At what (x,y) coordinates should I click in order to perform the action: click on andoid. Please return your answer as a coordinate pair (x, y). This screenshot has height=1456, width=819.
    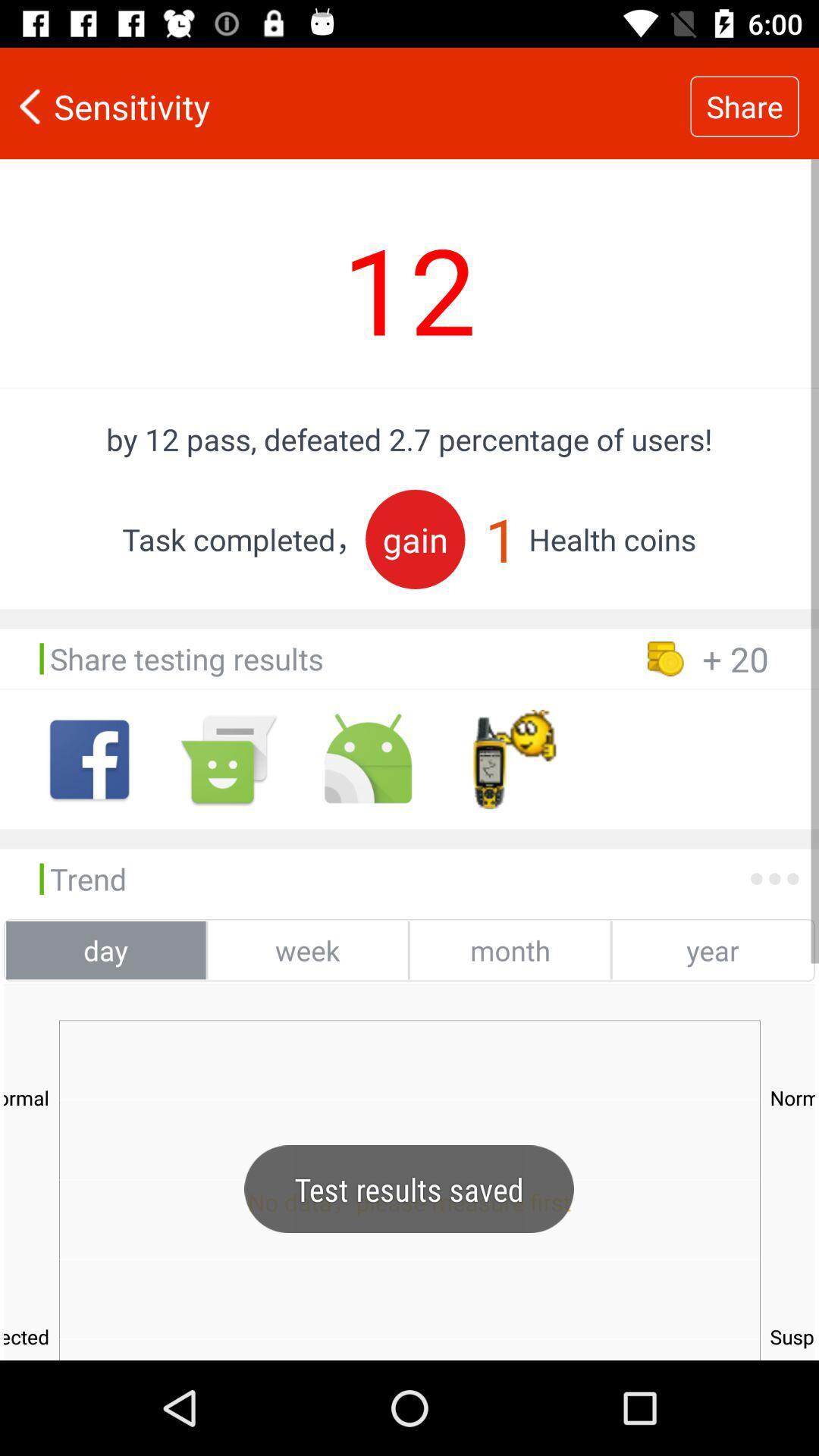
    Looking at the image, I should click on (228, 759).